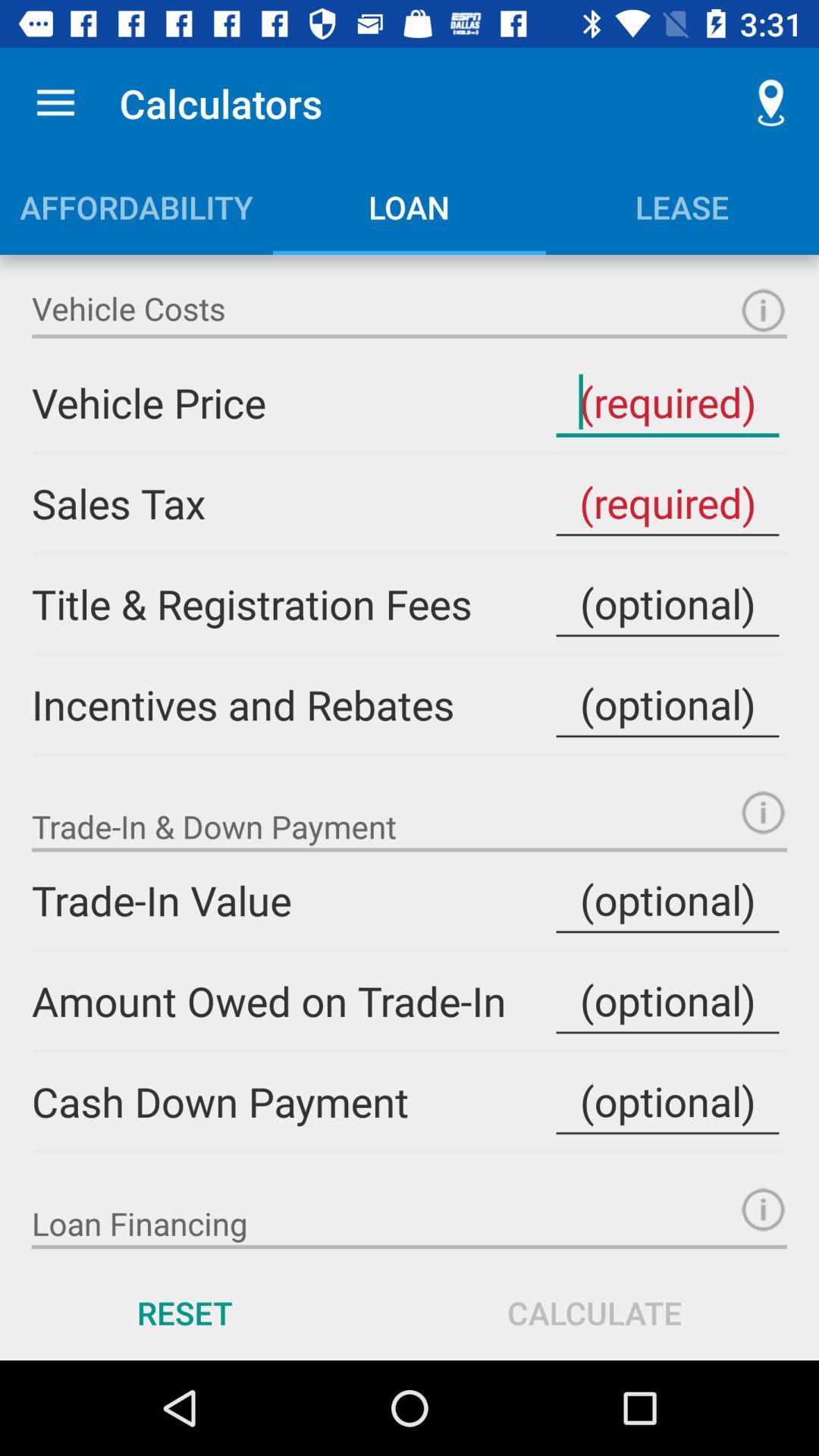  I want to click on the icon above the lease, so click(771, 102).